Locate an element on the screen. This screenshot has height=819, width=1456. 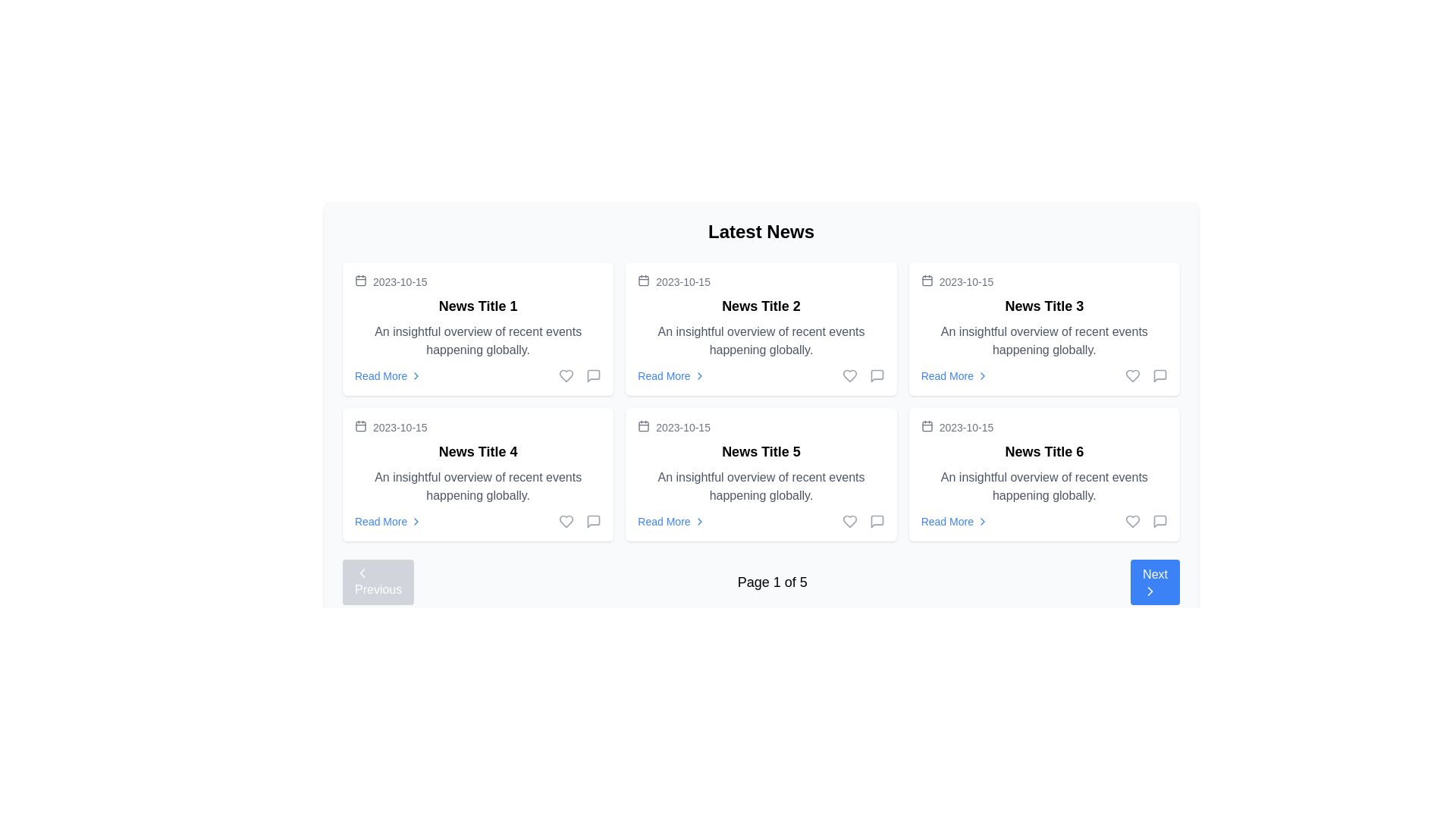
the decorative part of the calendar icon located at the top-left of the 'News Title 3' card is located at coordinates (926, 281).